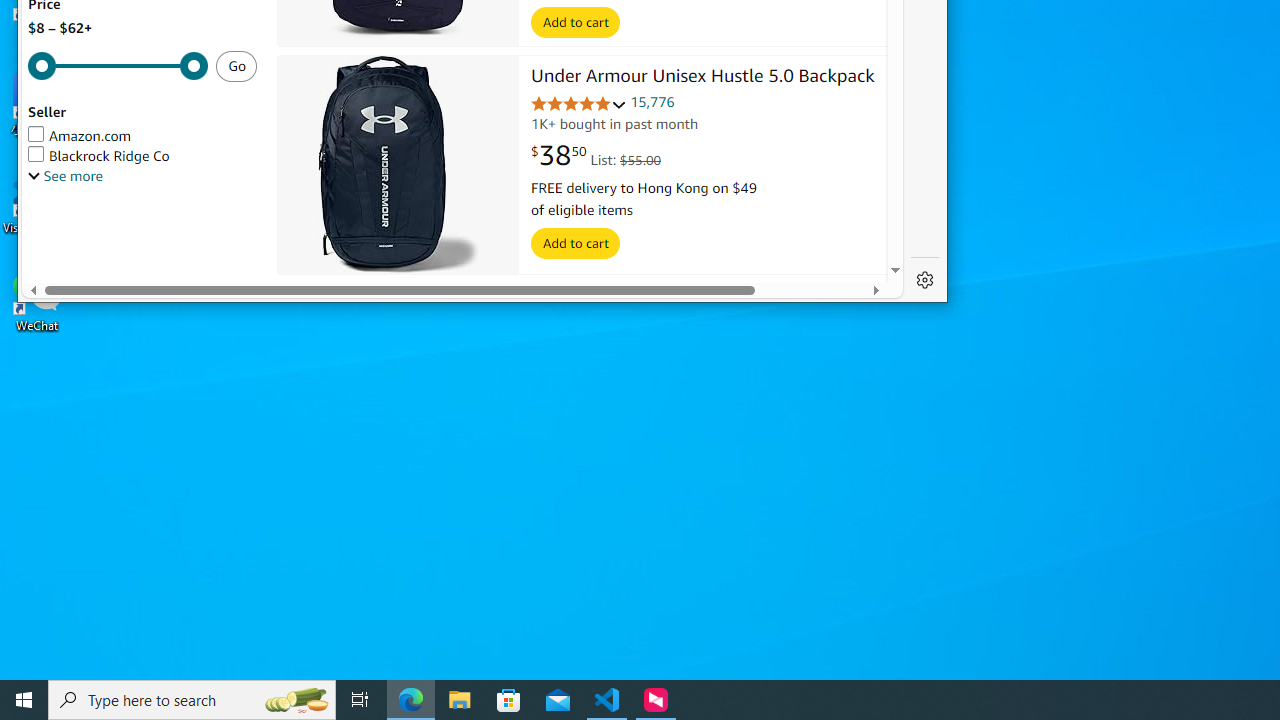 The height and width of the screenshot is (720, 1280). What do you see at coordinates (192, 698) in the screenshot?
I see `'Type here to search'` at bounding box center [192, 698].